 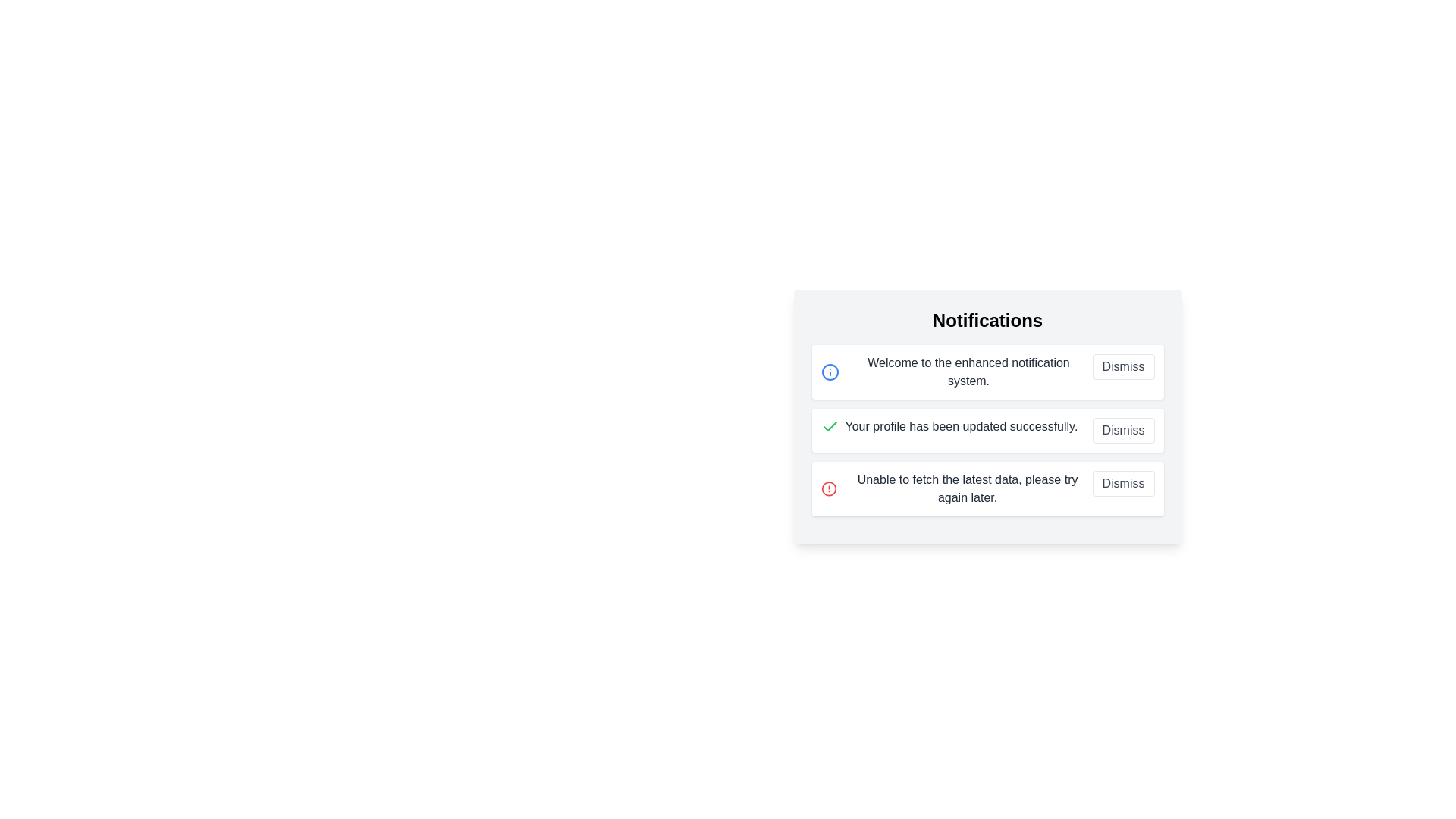 I want to click on the welcome message text label at the top of the notification list, which provides context for the interface functionality, so click(x=955, y=372).